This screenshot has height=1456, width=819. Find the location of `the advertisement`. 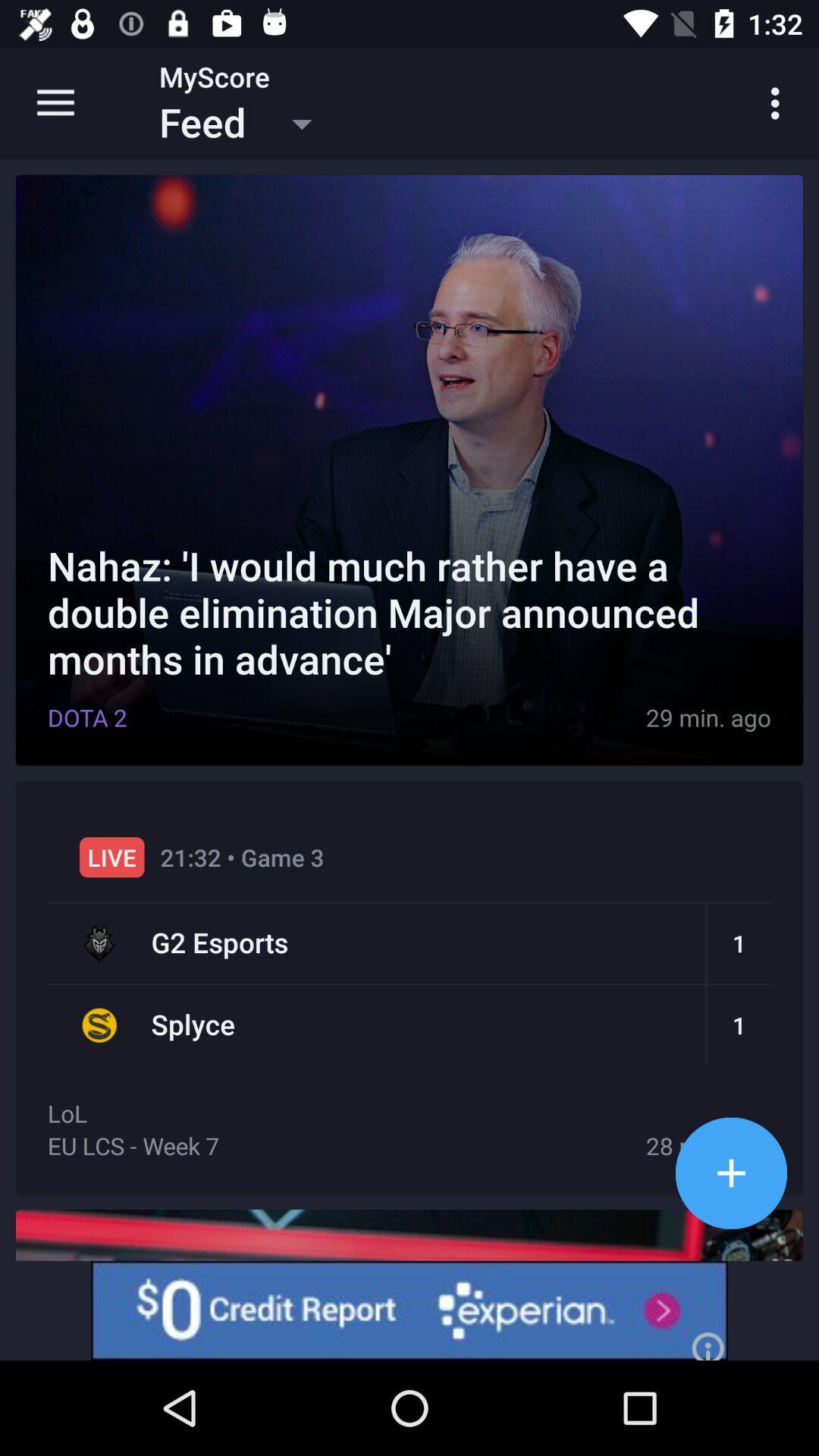

the advertisement is located at coordinates (409, 1310).